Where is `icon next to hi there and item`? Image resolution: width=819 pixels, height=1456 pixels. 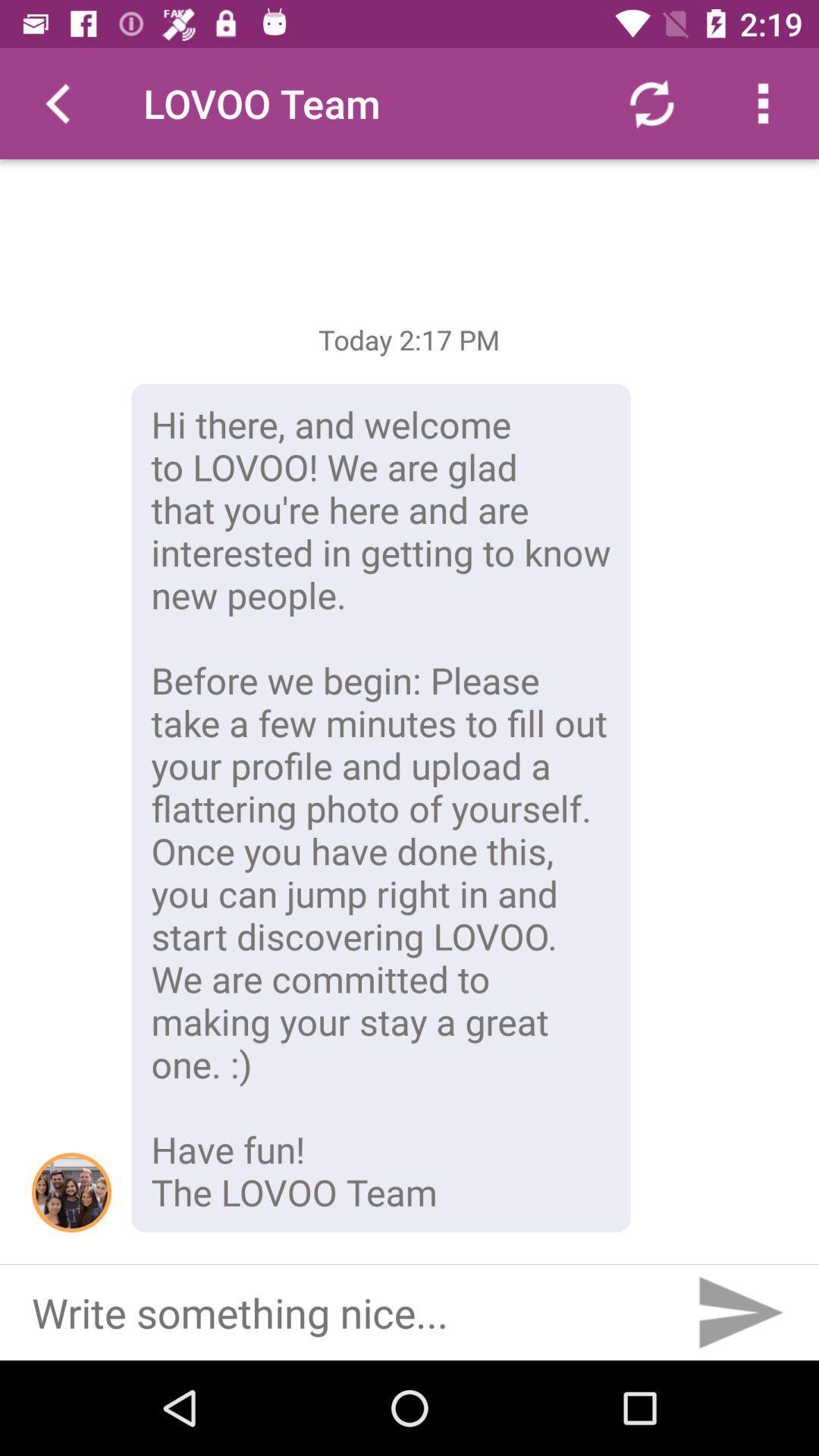 icon next to hi there and item is located at coordinates (71, 1191).